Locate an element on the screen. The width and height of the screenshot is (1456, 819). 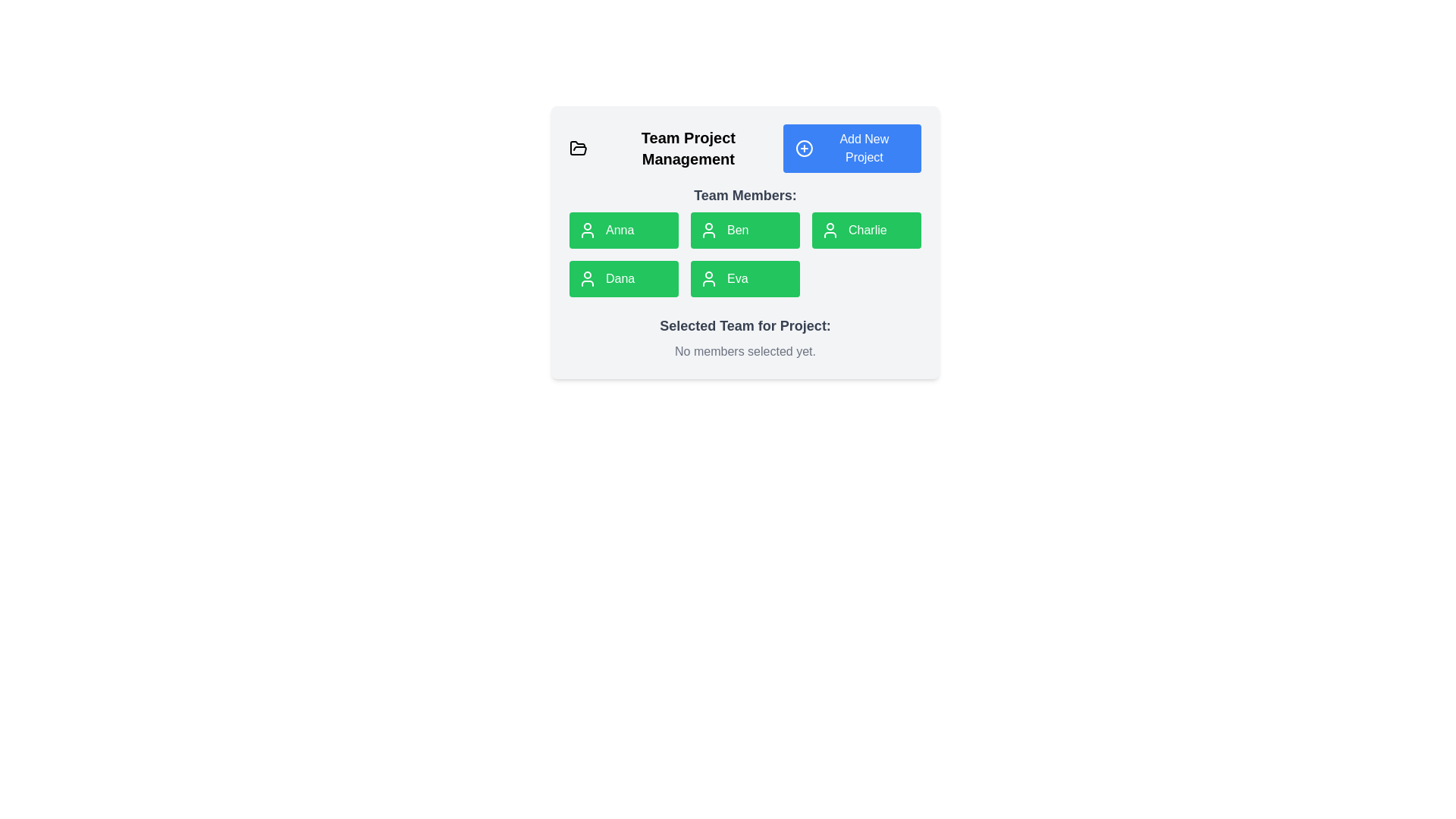
the informational Text Block that displays the title of a section and a notification or status update regarding the selected team for a project, located directly below the 5 green buttons representing team members is located at coordinates (745, 337).